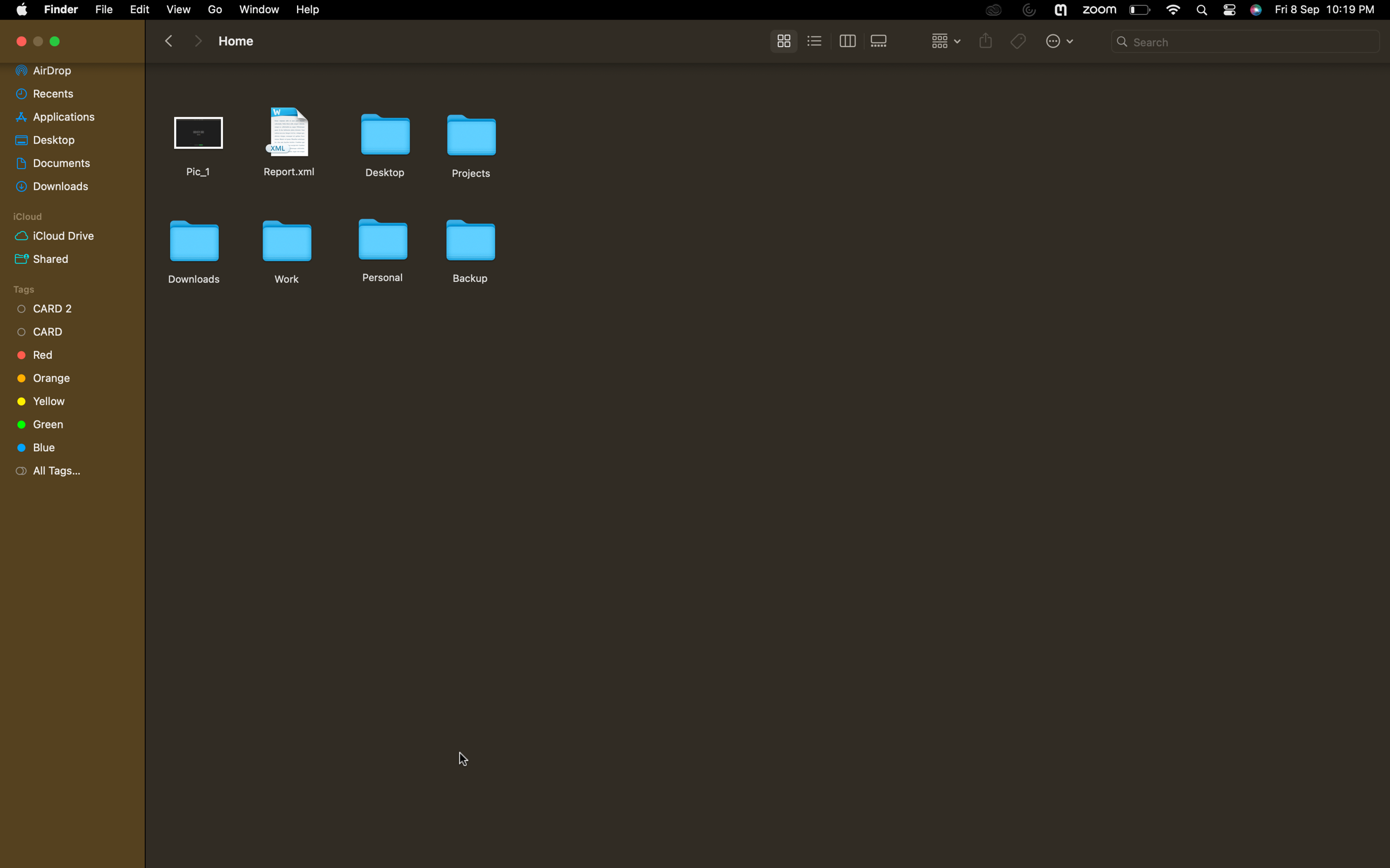  Describe the element at coordinates (1246, 42) in the screenshot. I see `Search for "report" in the current folder` at that location.